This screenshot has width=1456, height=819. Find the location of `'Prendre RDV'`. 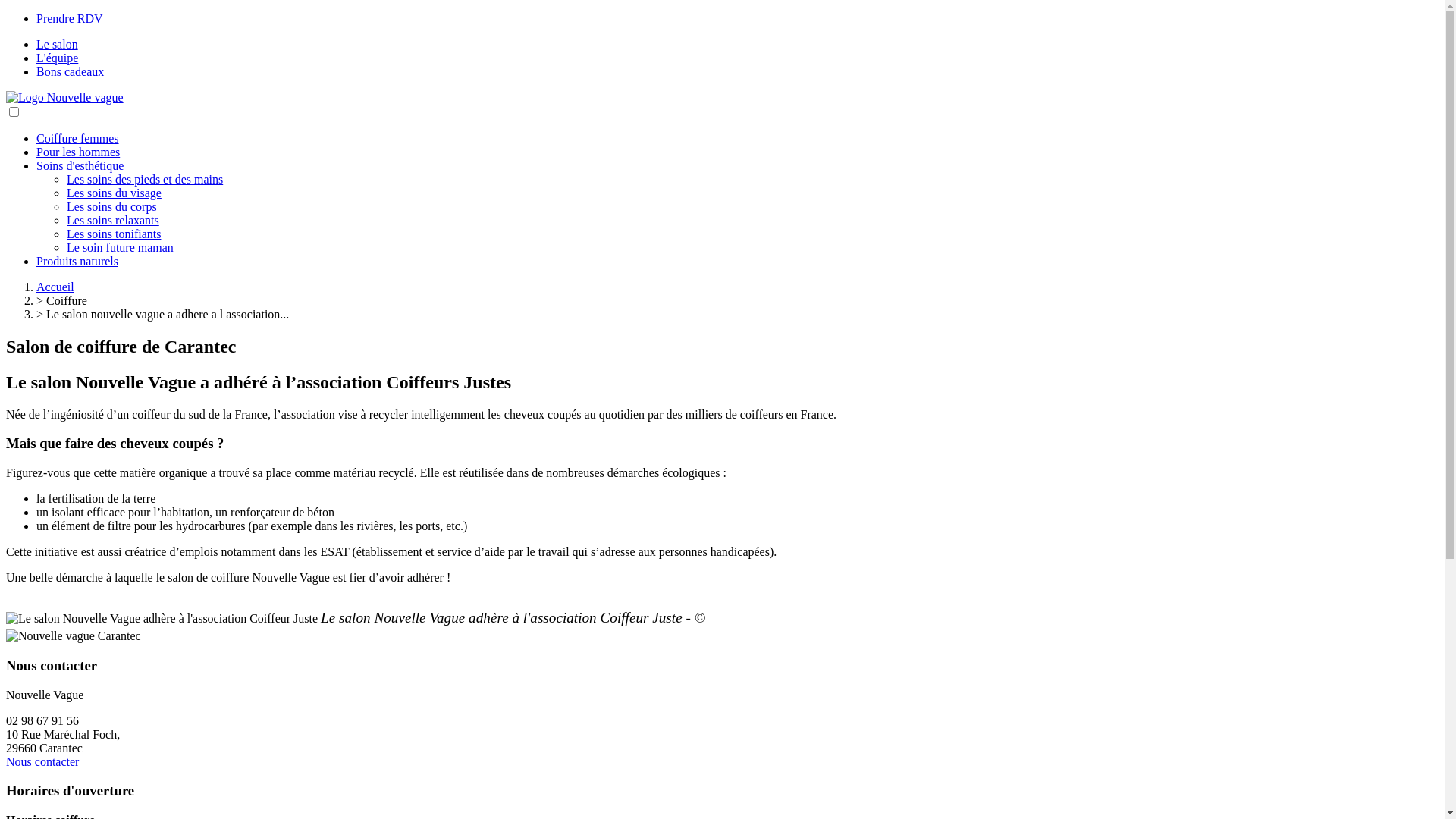

'Prendre RDV' is located at coordinates (68, 18).